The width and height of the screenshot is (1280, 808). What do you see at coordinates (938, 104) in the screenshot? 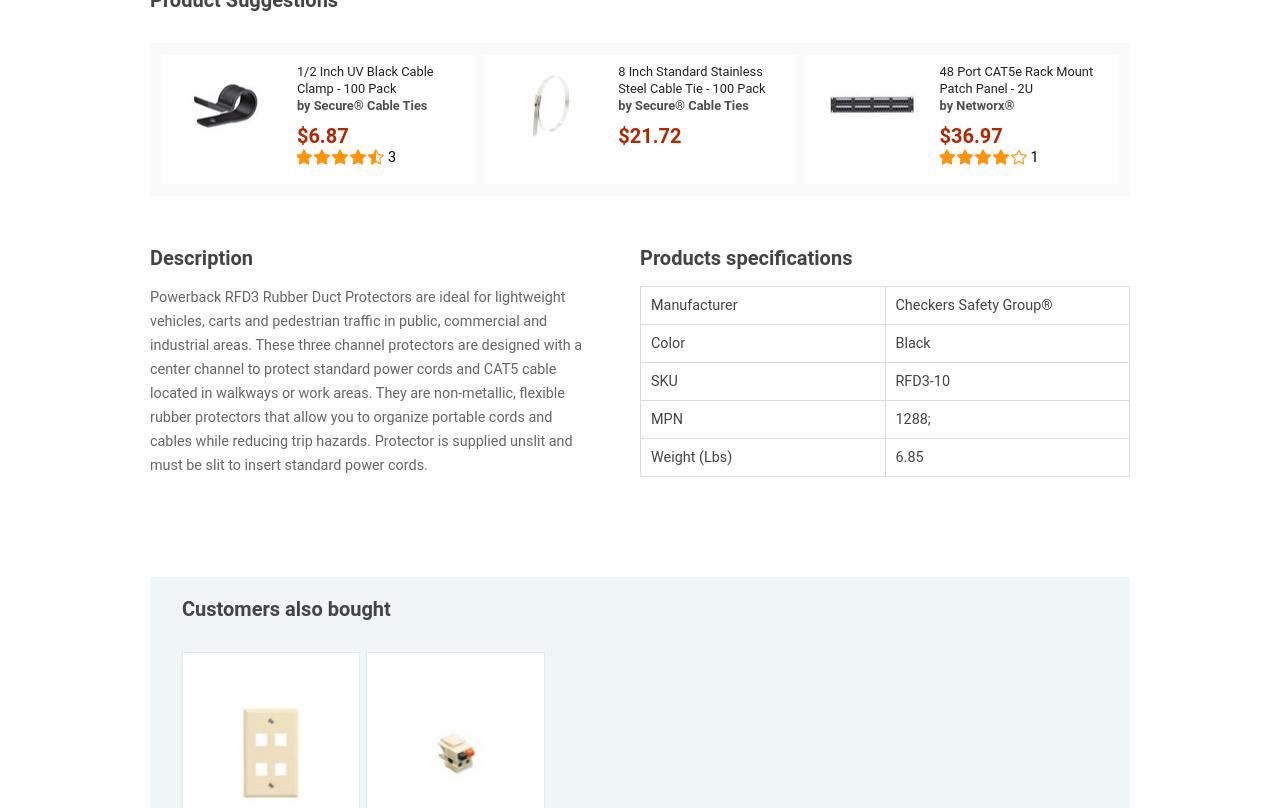
I see `'by Networx®'` at bounding box center [938, 104].